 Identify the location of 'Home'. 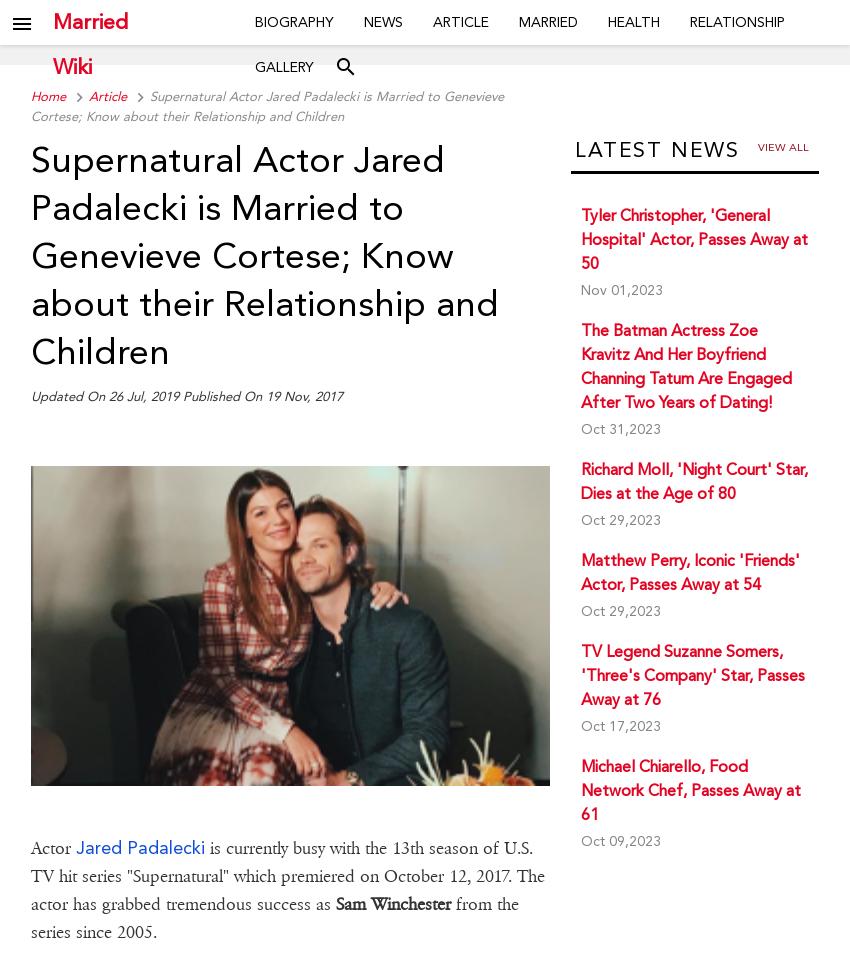
(47, 96).